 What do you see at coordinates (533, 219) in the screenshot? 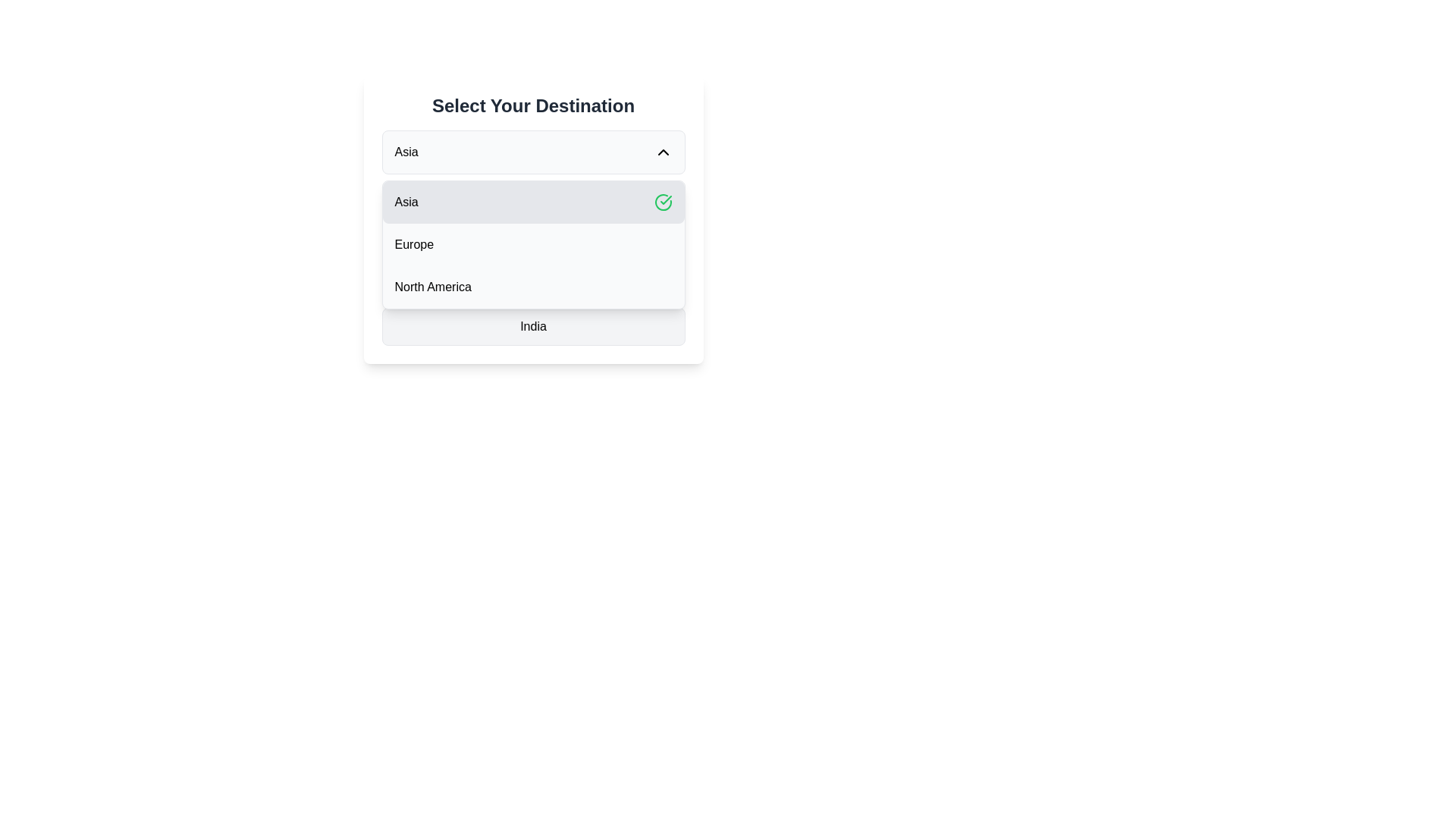
I see `the first selectable item 'Asia' in the dropdown menu` at bounding box center [533, 219].